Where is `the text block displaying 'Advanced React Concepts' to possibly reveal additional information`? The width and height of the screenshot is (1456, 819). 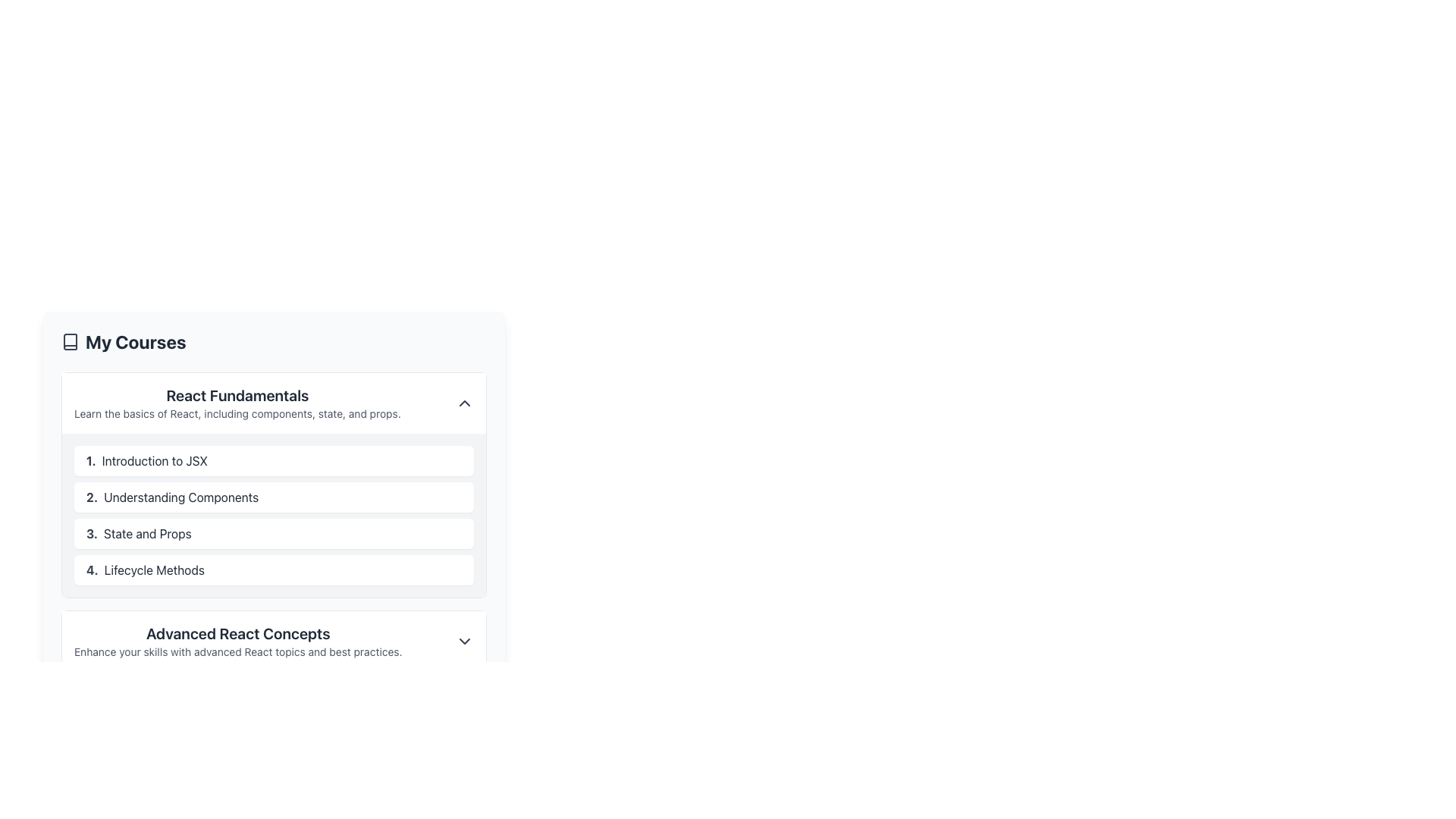
the text block displaying 'Advanced React Concepts' to possibly reveal additional information is located at coordinates (237, 641).